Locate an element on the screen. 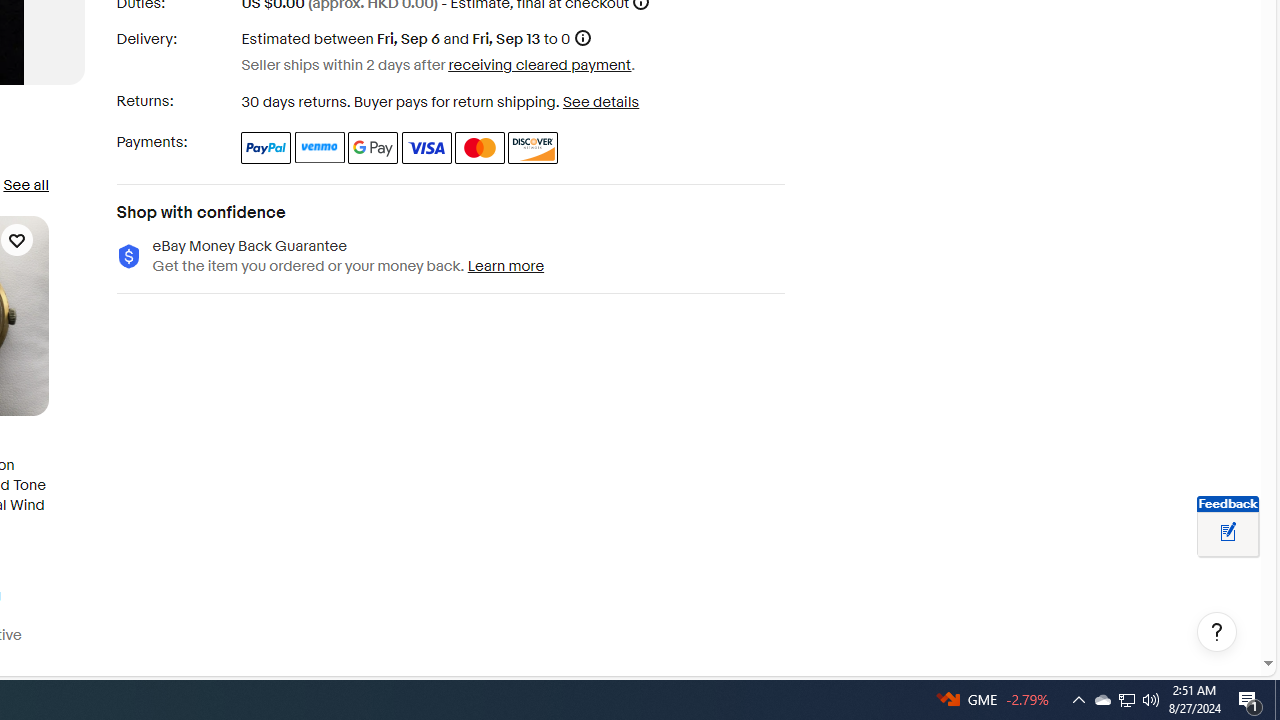  'PayPal' is located at coordinates (265, 146).